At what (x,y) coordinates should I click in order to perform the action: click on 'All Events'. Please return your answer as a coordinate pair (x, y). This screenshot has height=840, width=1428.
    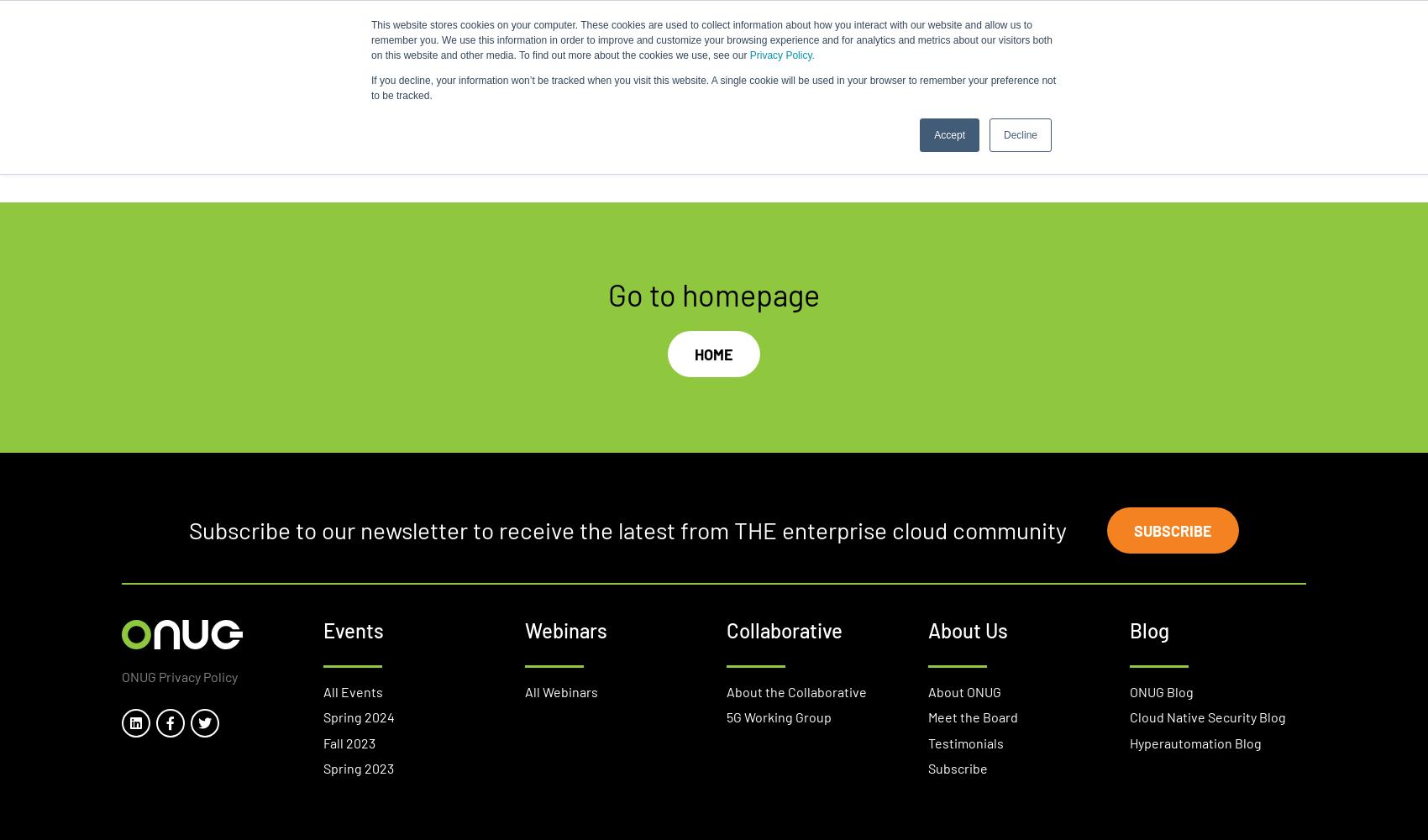
    Looking at the image, I should click on (352, 690).